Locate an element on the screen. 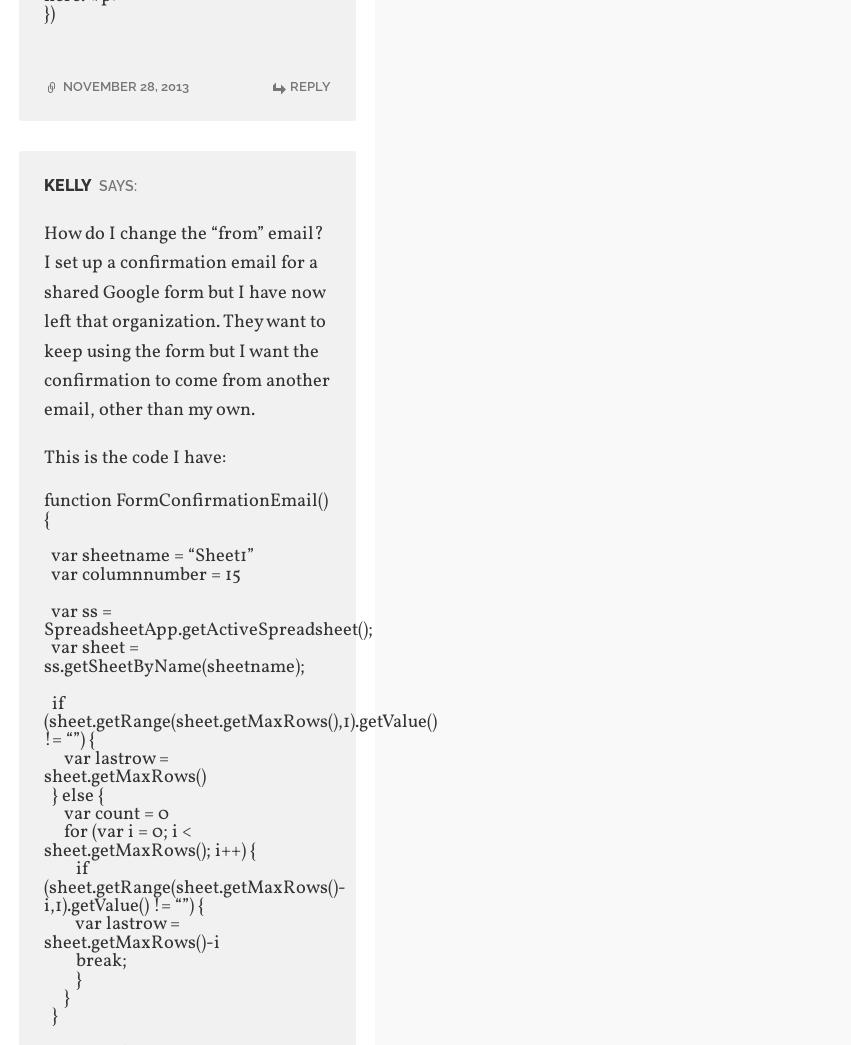  'var lastrow = sheet.getMaxRows()-i' is located at coordinates (130, 931).